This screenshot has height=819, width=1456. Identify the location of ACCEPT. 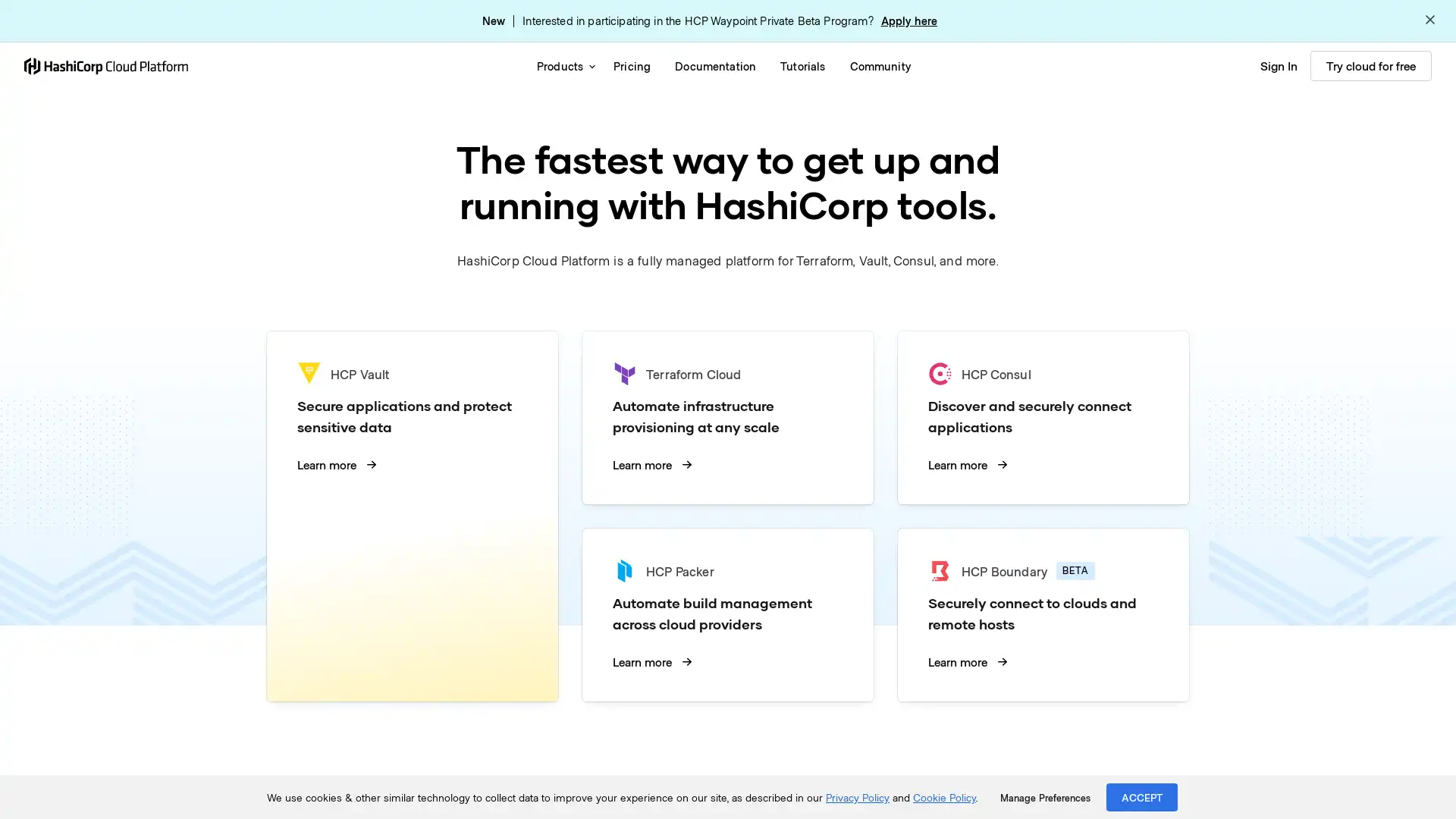
(1142, 796).